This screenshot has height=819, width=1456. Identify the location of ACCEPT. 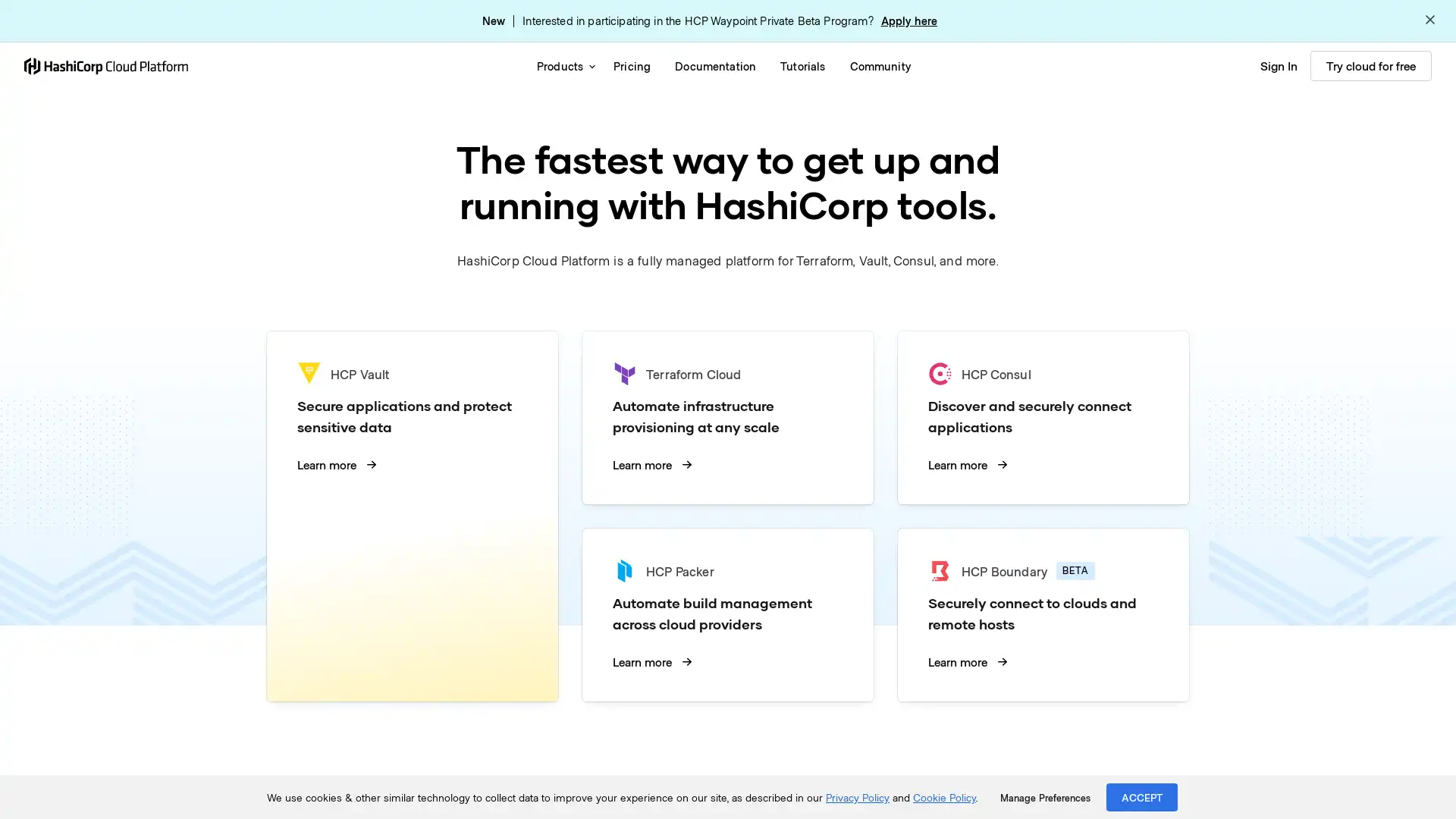
(1142, 796).